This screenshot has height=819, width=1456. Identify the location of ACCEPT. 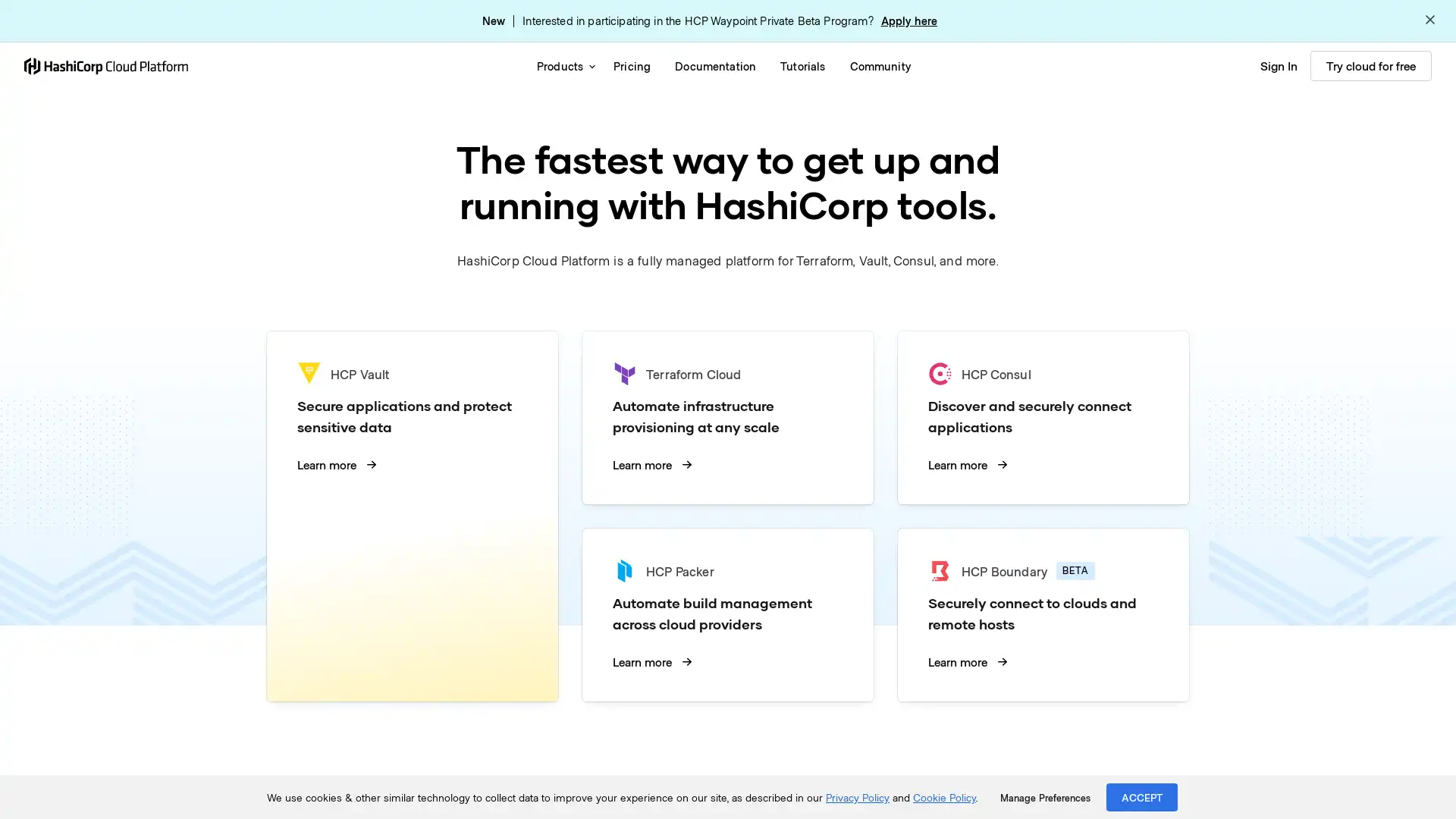
(1142, 796).